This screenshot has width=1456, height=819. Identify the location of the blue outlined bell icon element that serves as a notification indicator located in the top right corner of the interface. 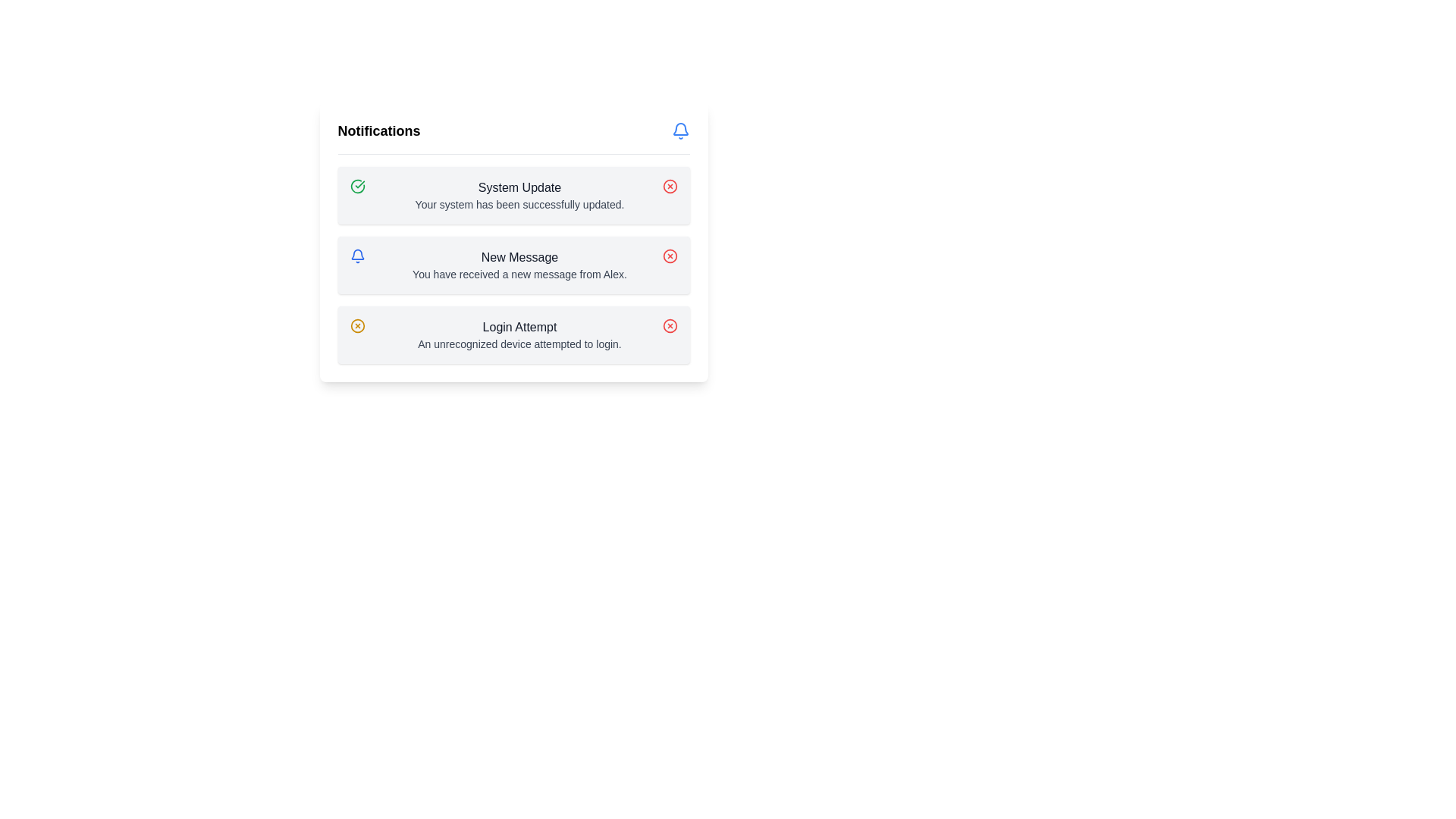
(356, 253).